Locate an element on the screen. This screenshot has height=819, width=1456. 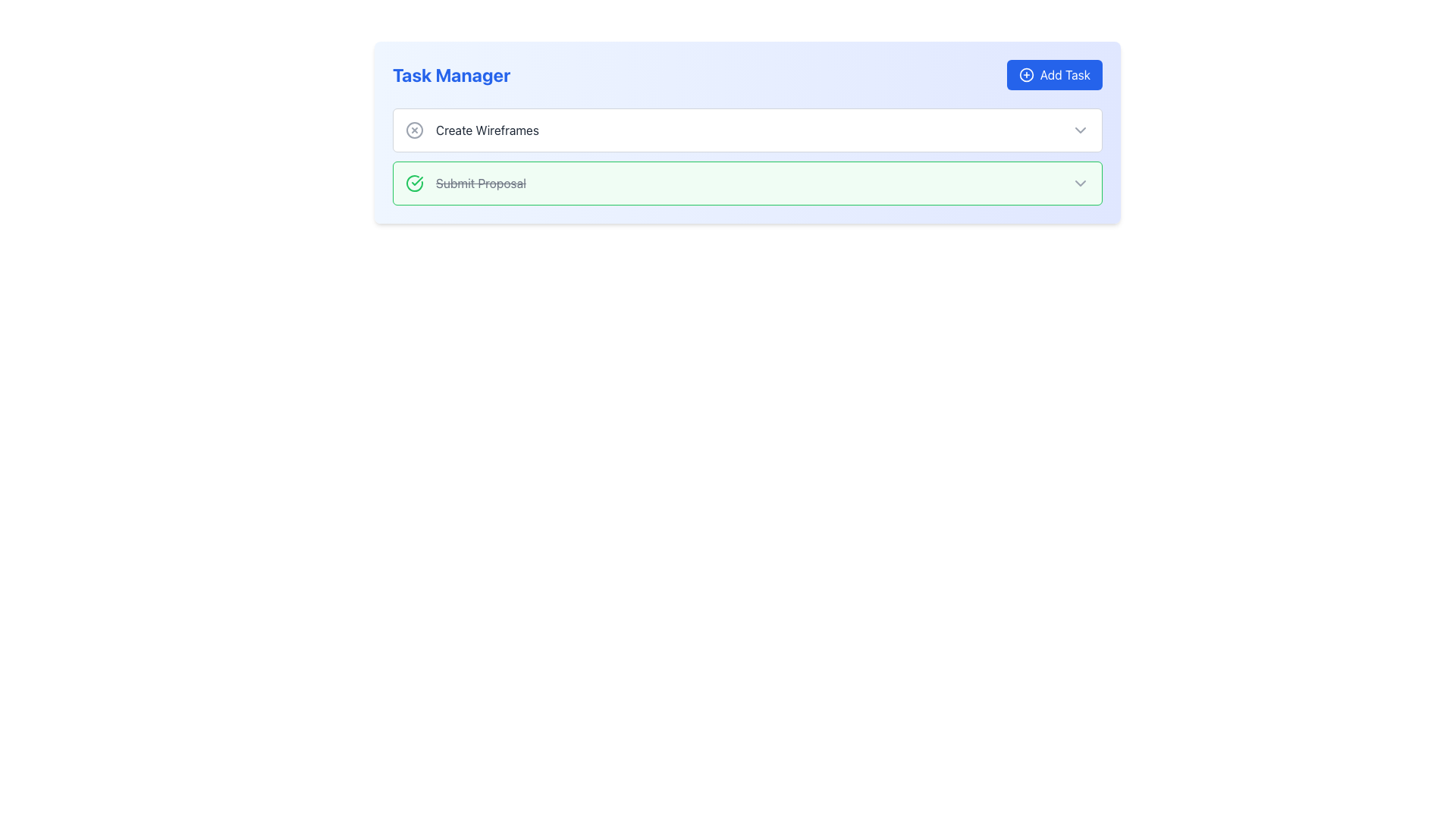
the icon representing the action of adding a task, located at the left end of the 'Add Task' button in the top-right area of the panel is located at coordinates (1026, 75).